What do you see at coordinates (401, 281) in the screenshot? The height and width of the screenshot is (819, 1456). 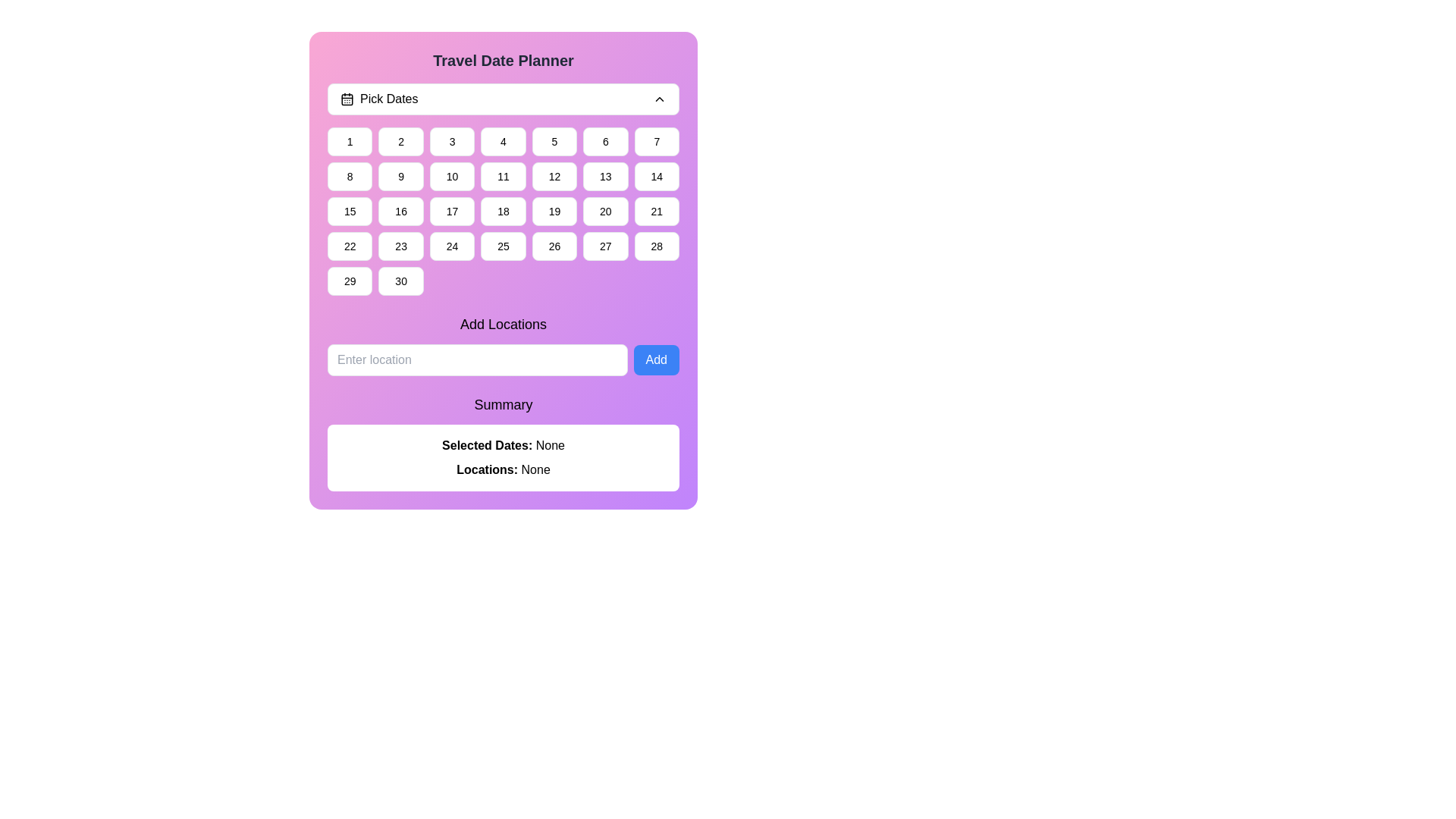 I see `the button labeled '30', which is a rectangular button with a white background and rounded borders` at bounding box center [401, 281].